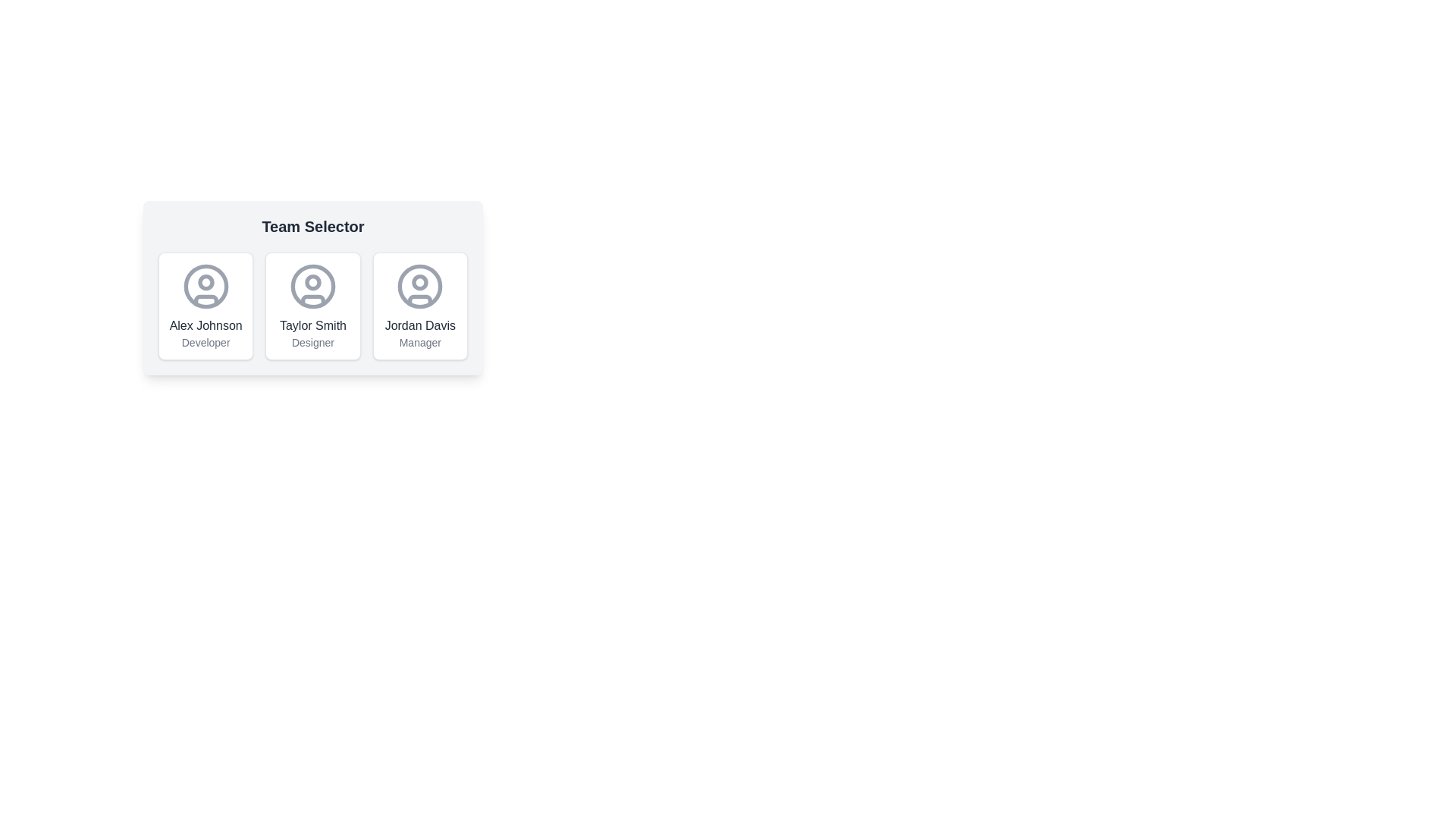 This screenshot has height=819, width=1456. I want to click on the Decorative Circle that serves as the outer ring of the profile icon for Alex Johnson, Developer, located in the Team Selector area, so click(205, 287).